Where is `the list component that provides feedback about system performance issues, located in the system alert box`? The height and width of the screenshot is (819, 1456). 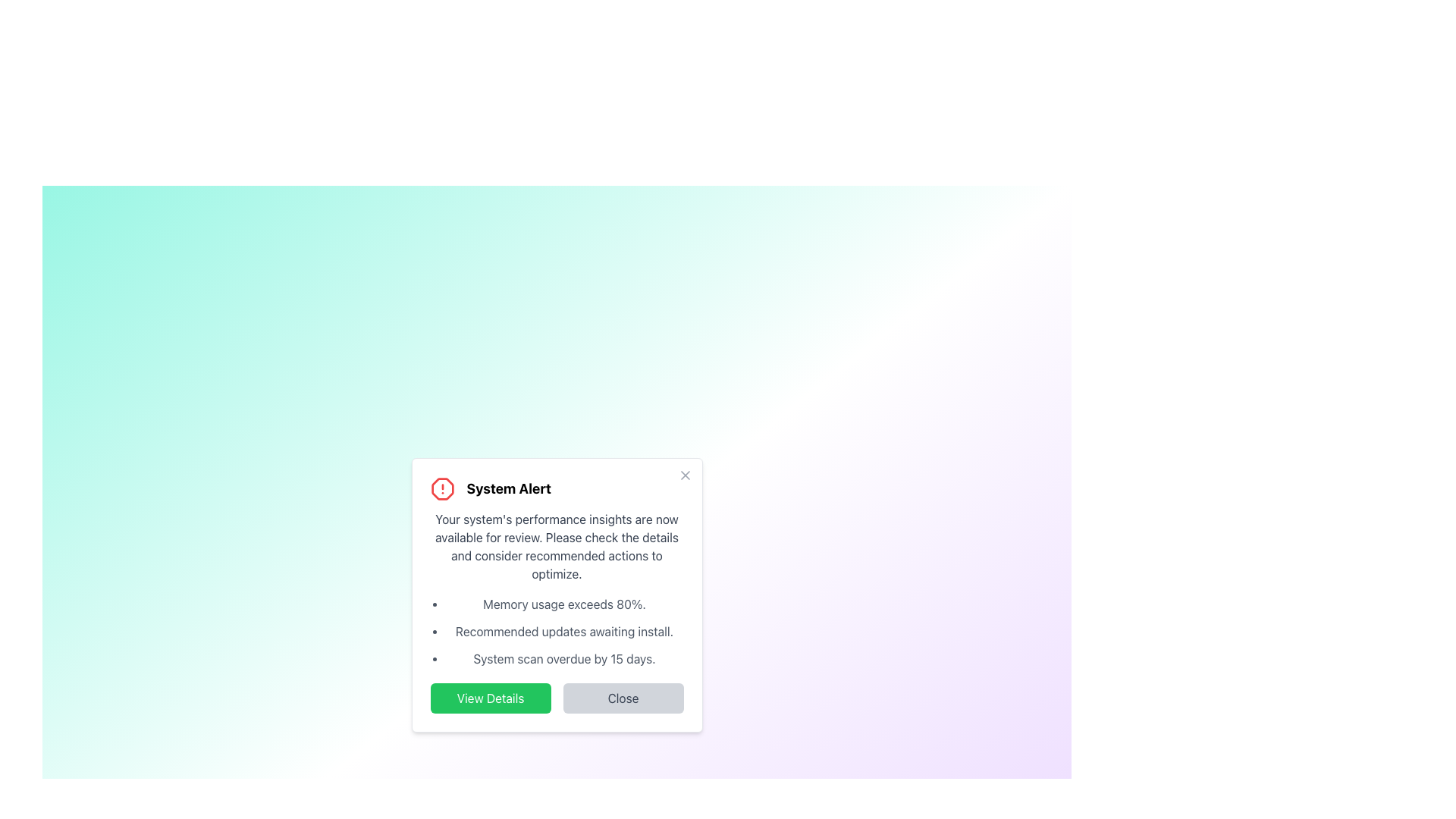 the list component that provides feedback about system performance issues, located in the system alert box is located at coordinates (563, 632).